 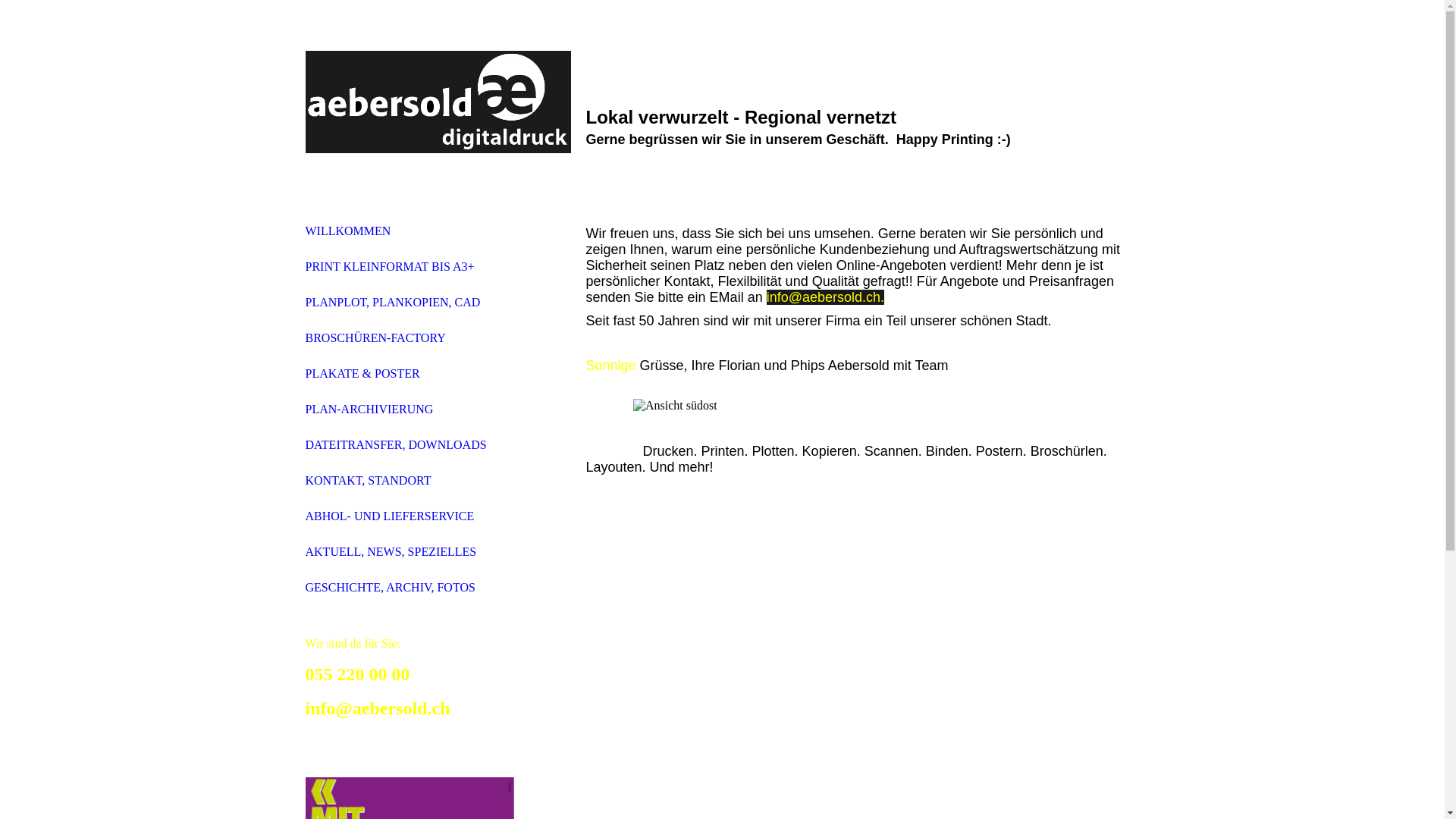 I want to click on 'ABHOL- UND LIEFERSERVICE', so click(x=304, y=515).